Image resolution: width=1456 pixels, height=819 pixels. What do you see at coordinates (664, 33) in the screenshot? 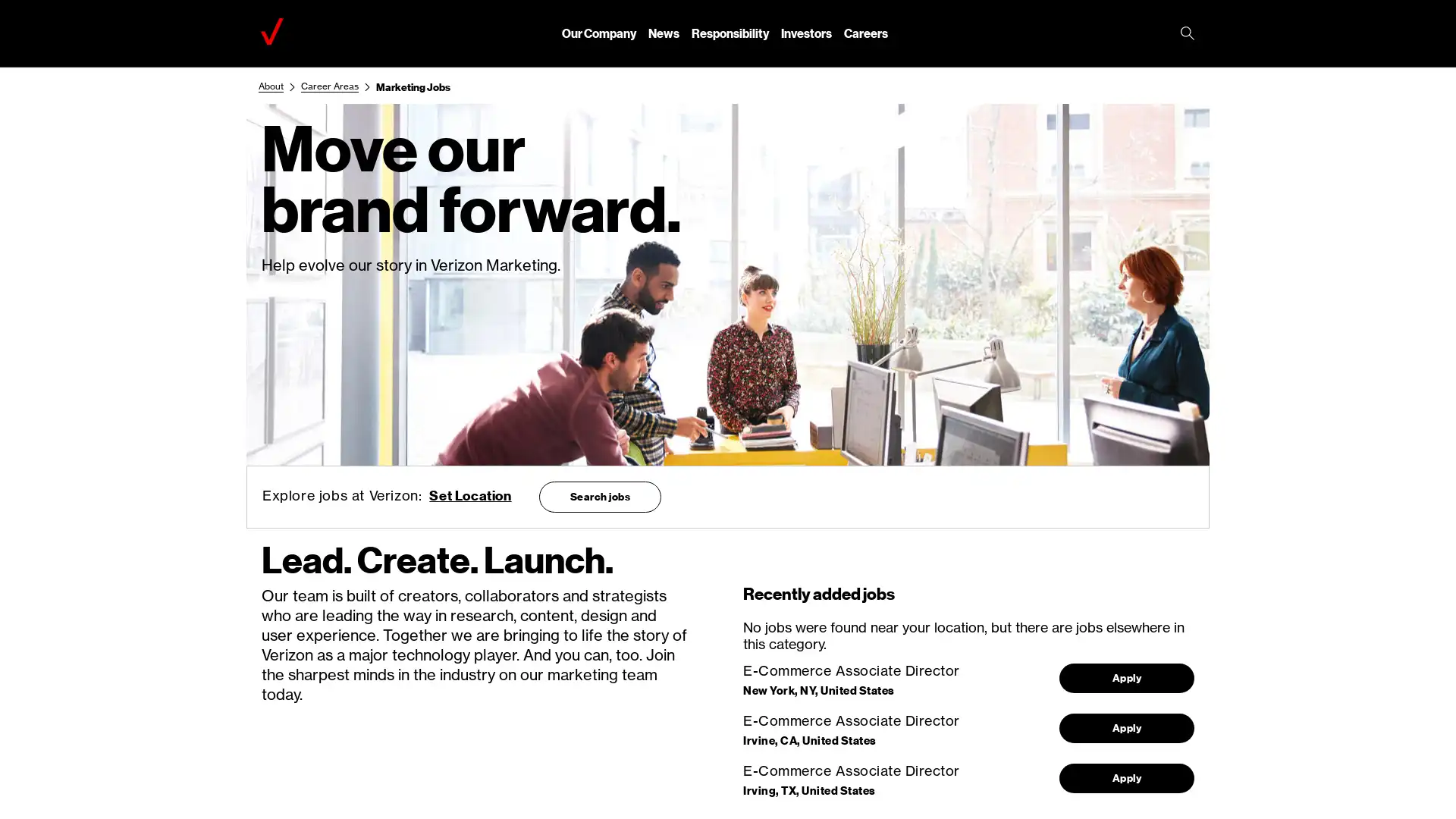
I see `News Menu List` at bounding box center [664, 33].